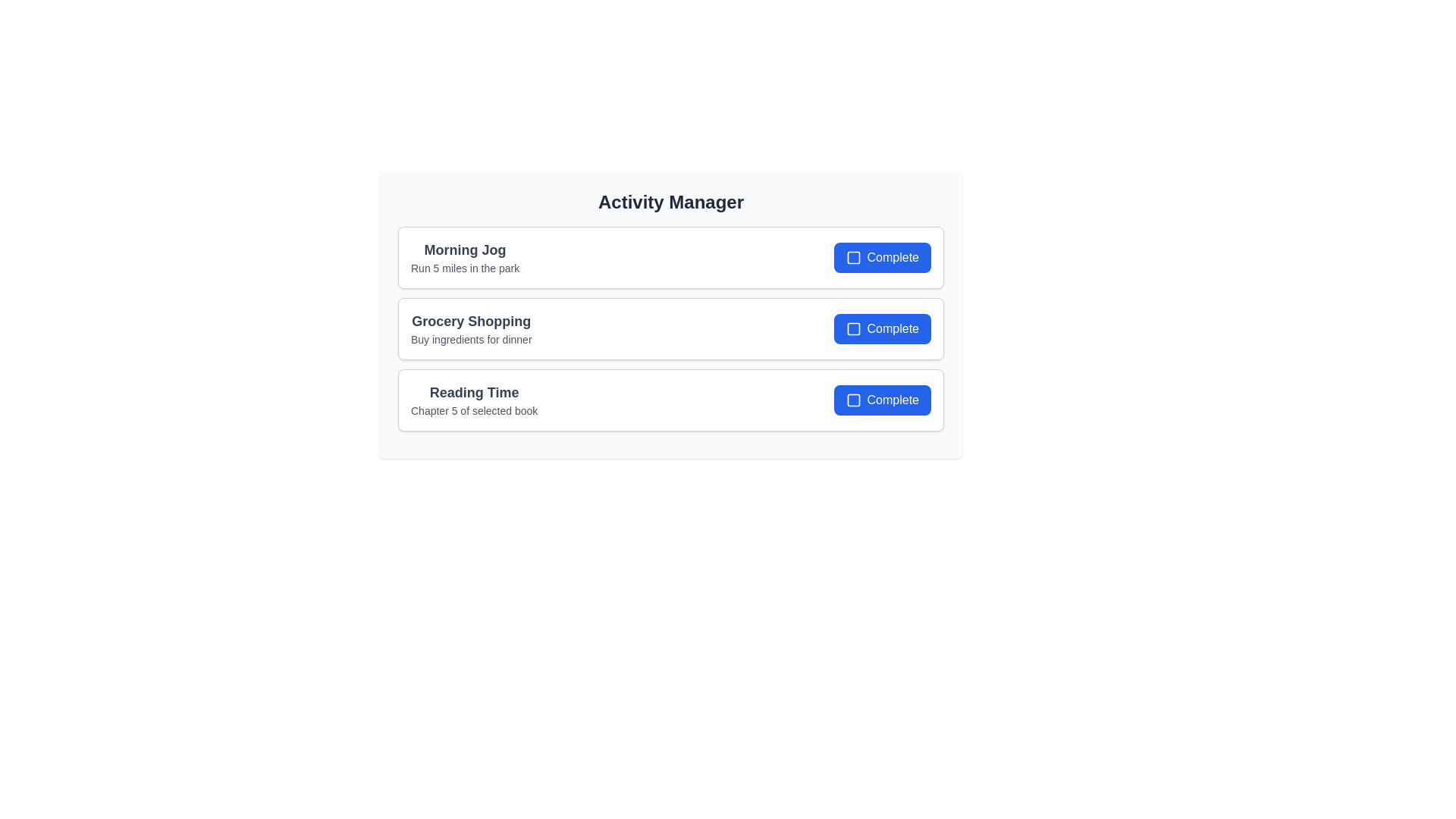 The height and width of the screenshot is (819, 1456). What do you see at coordinates (893, 400) in the screenshot?
I see `the text label 'Complete' which is part of a button UI component styled as a rounded rectangle with a blue background, located in the third row of the interface next to 'Reading Time'` at bounding box center [893, 400].